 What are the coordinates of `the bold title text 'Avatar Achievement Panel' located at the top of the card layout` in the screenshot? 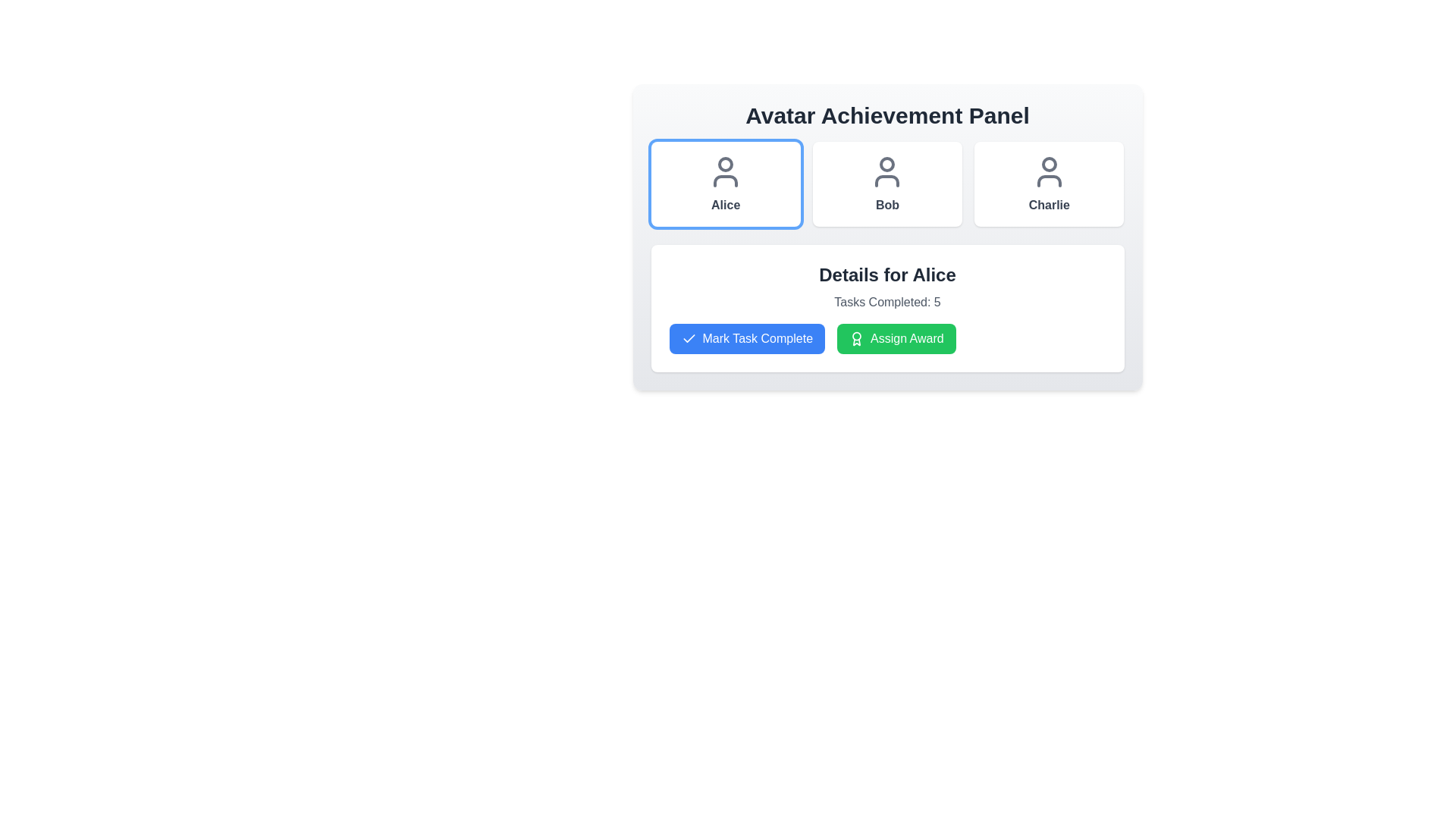 It's located at (887, 115).